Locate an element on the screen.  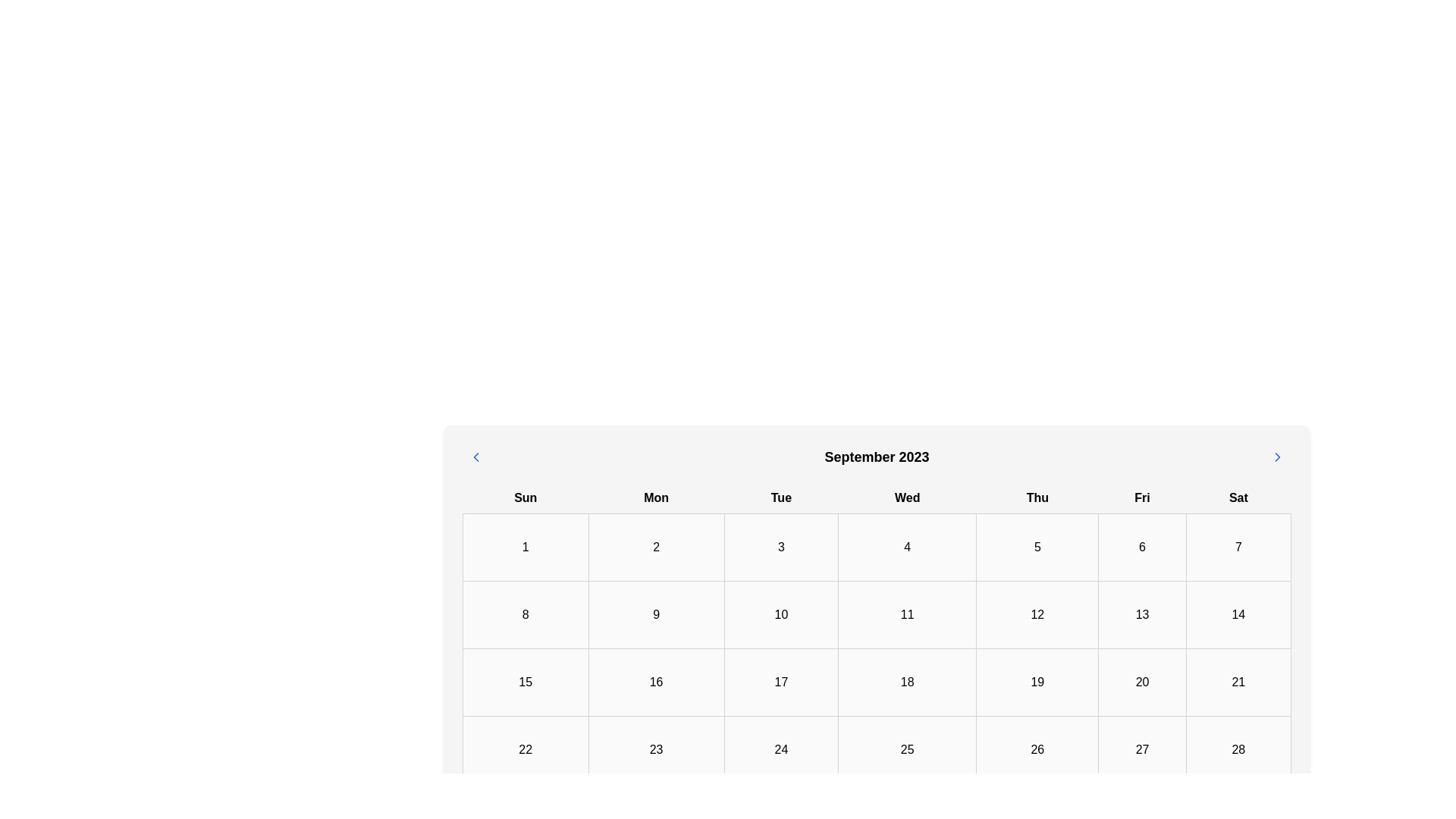
the button displaying the number '14' located in the second row, last column of the calendar grid is located at coordinates (1238, 614).